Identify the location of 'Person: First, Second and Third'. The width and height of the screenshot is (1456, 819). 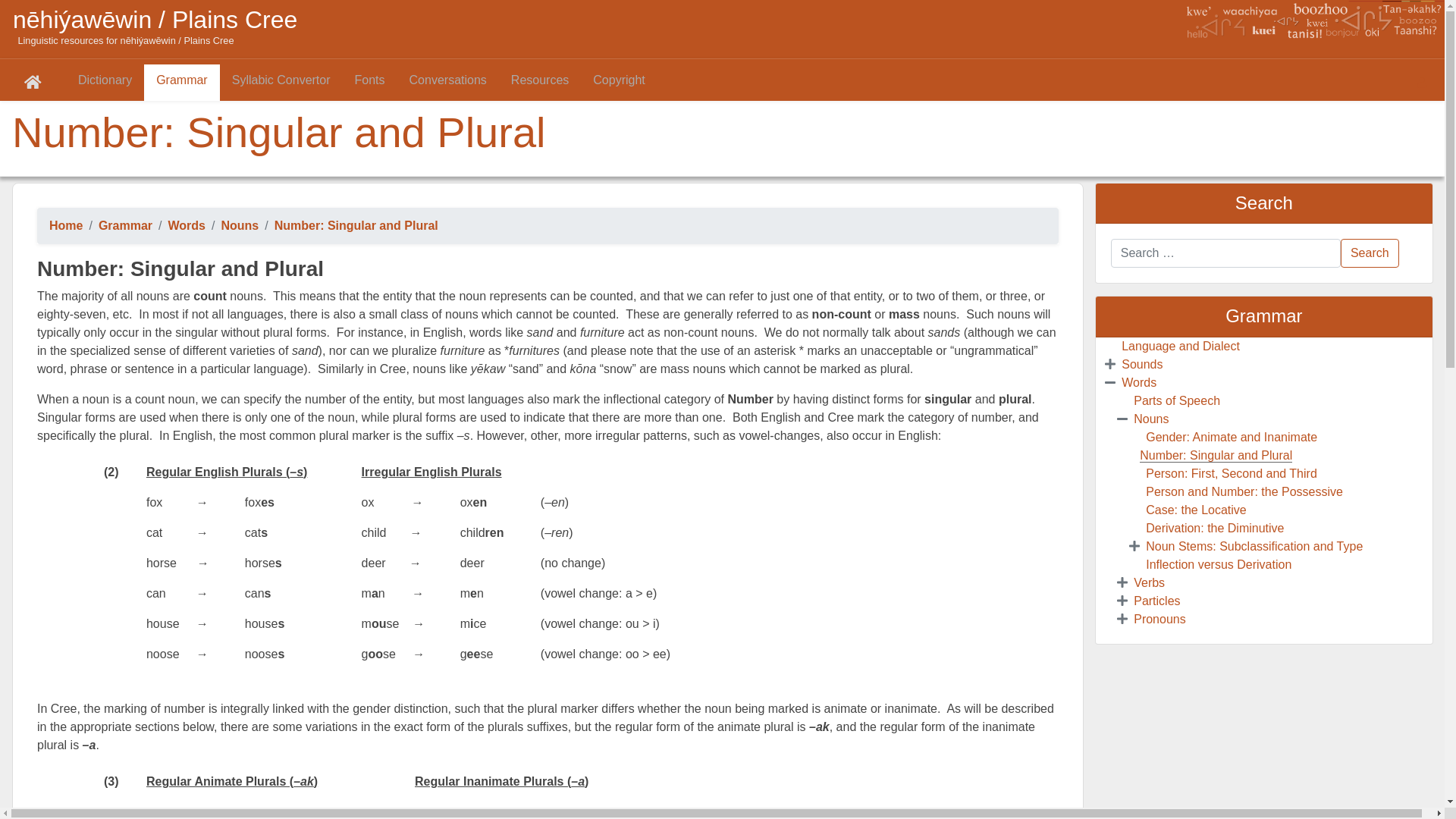
(1231, 472).